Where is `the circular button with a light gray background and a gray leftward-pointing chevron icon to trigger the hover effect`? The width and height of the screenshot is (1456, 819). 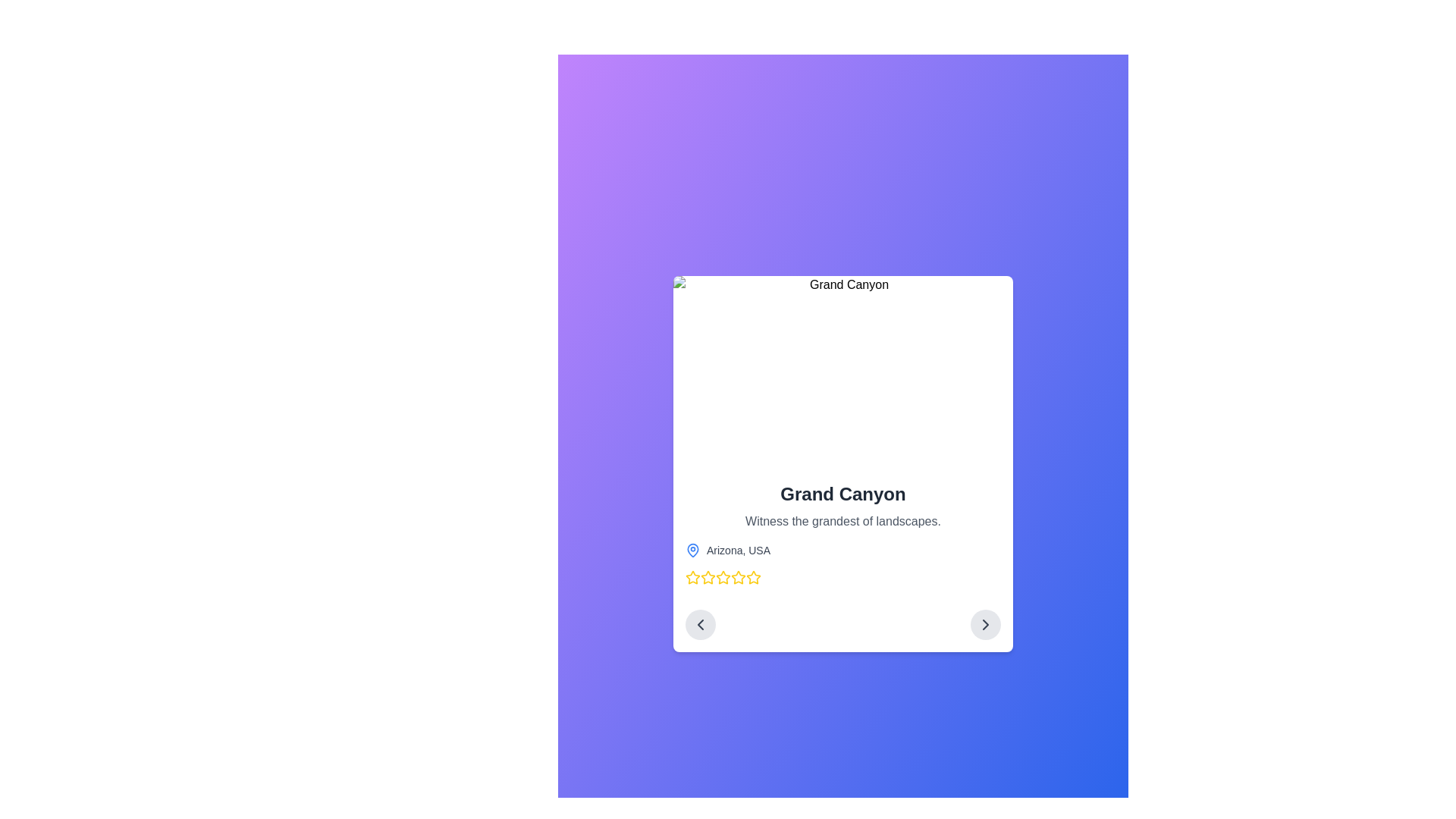 the circular button with a light gray background and a gray leftward-pointing chevron icon to trigger the hover effect is located at coordinates (700, 625).